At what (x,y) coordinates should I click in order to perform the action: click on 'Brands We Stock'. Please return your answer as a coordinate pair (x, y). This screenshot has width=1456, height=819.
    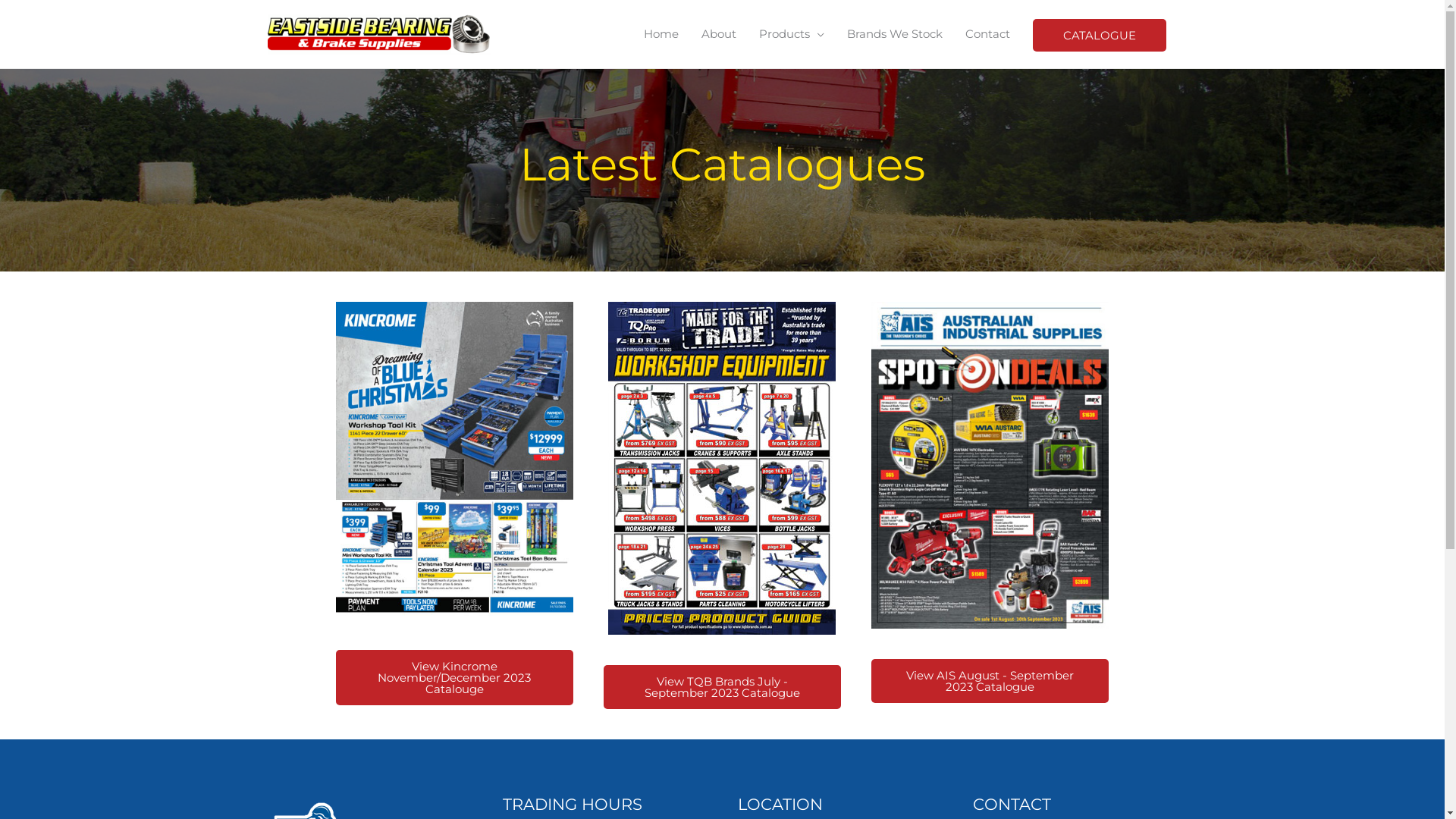
    Looking at the image, I should click on (895, 34).